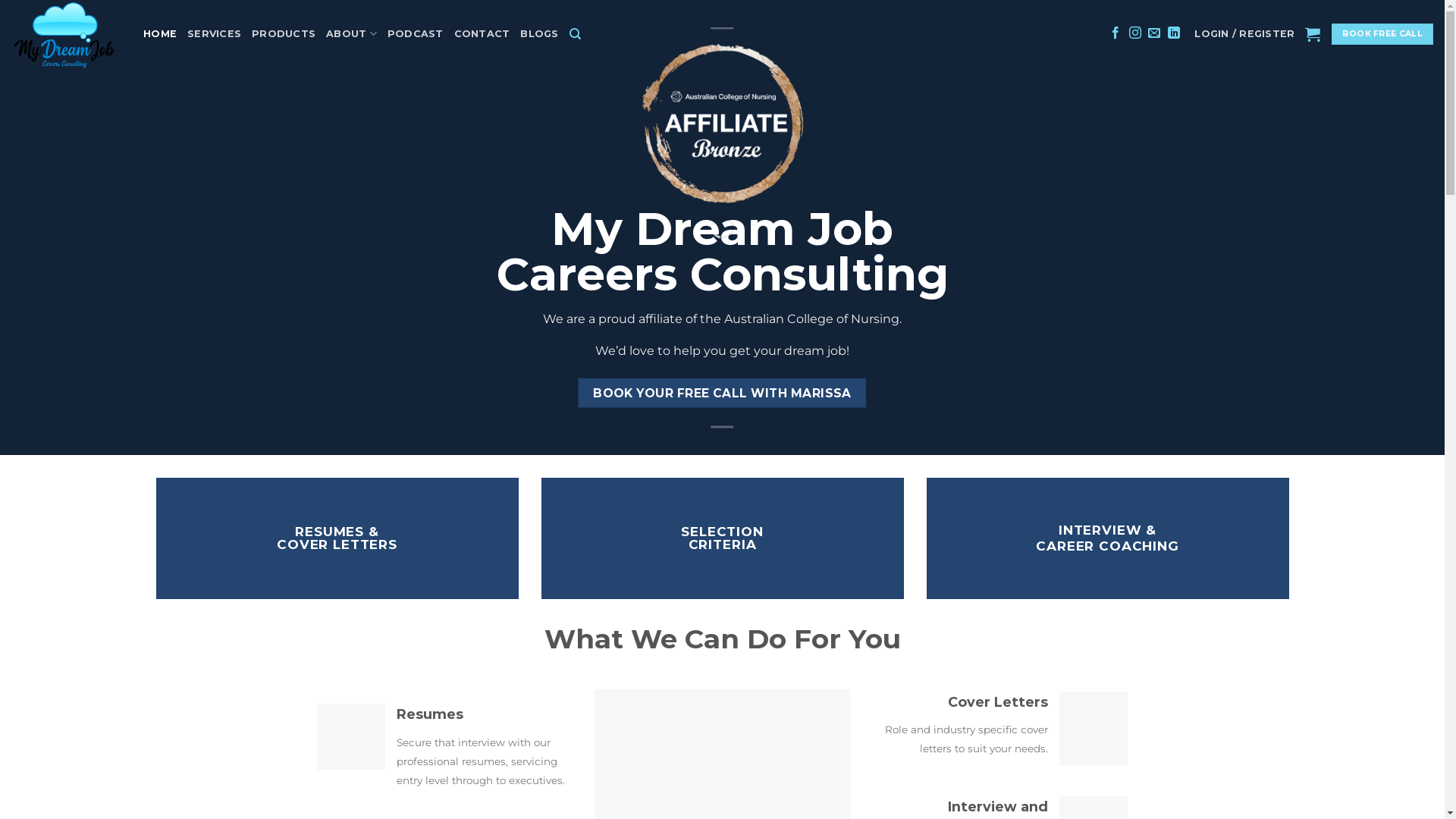 This screenshot has width=1456, height=819. Describe the element at coordinates (284, 34) in the screenshot. I see `'PRODUCTS'` at that location.